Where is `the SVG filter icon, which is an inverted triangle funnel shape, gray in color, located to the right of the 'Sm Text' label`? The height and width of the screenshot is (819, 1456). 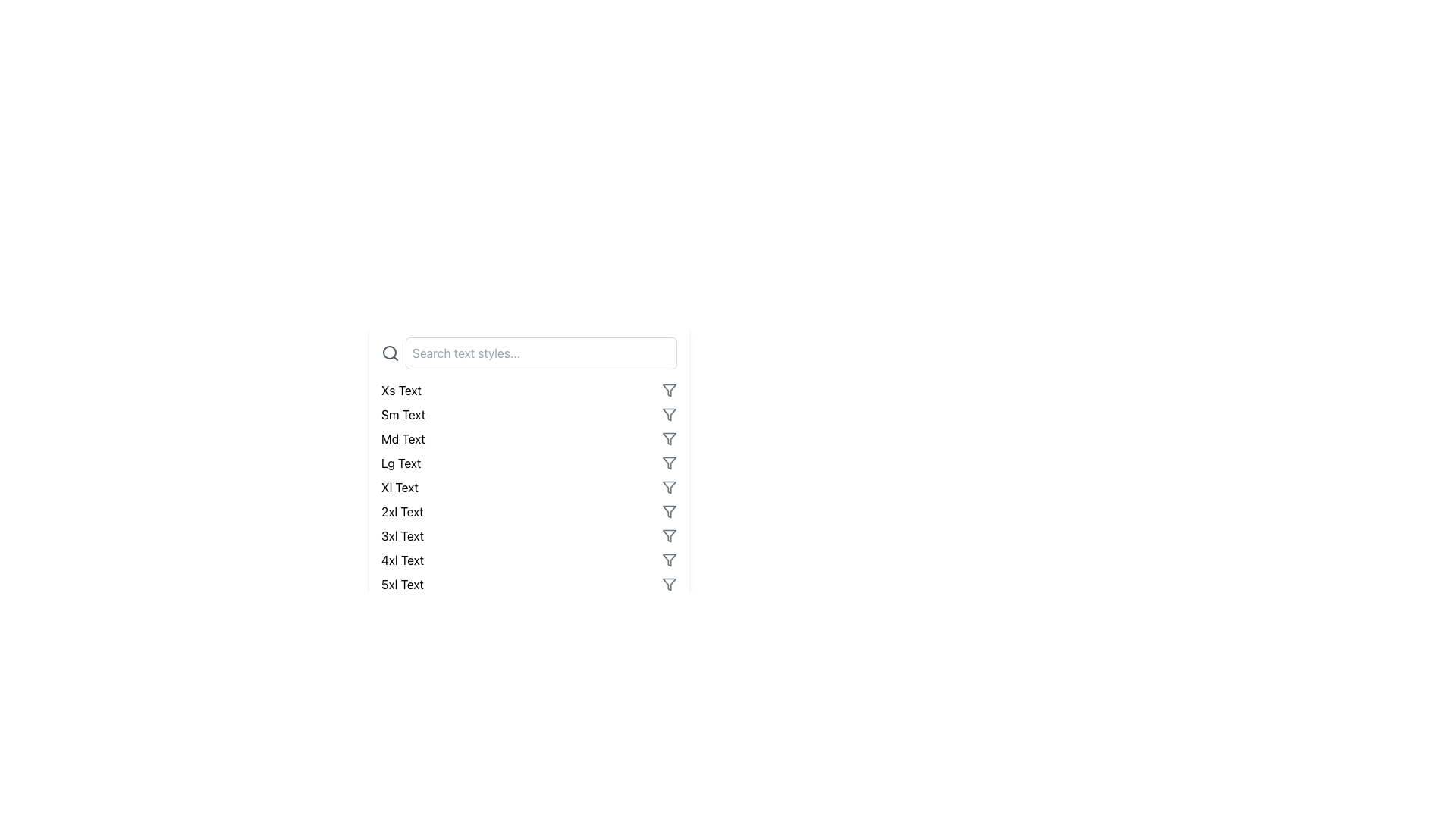 the SVG filter icon, which is an inverted triangle funnel shape, gray in color, located to the right of the 'Sm Text' label is located at coordinates (669, 415).